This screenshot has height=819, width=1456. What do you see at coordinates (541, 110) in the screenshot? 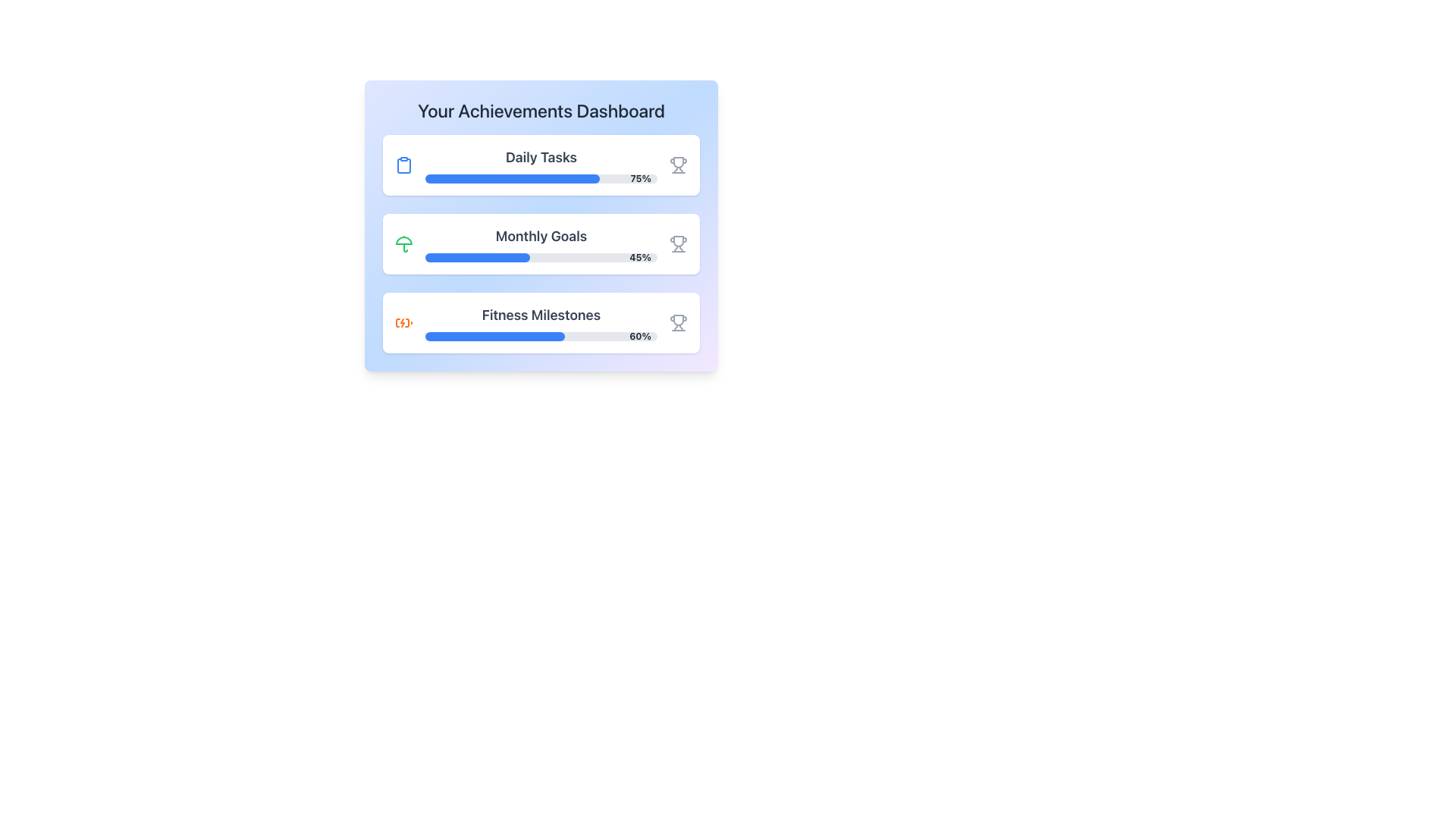
I see `the header text that indicates the purpose of the dashboard showcasing achievements and progress metrics` at bounding box center [541, 110].